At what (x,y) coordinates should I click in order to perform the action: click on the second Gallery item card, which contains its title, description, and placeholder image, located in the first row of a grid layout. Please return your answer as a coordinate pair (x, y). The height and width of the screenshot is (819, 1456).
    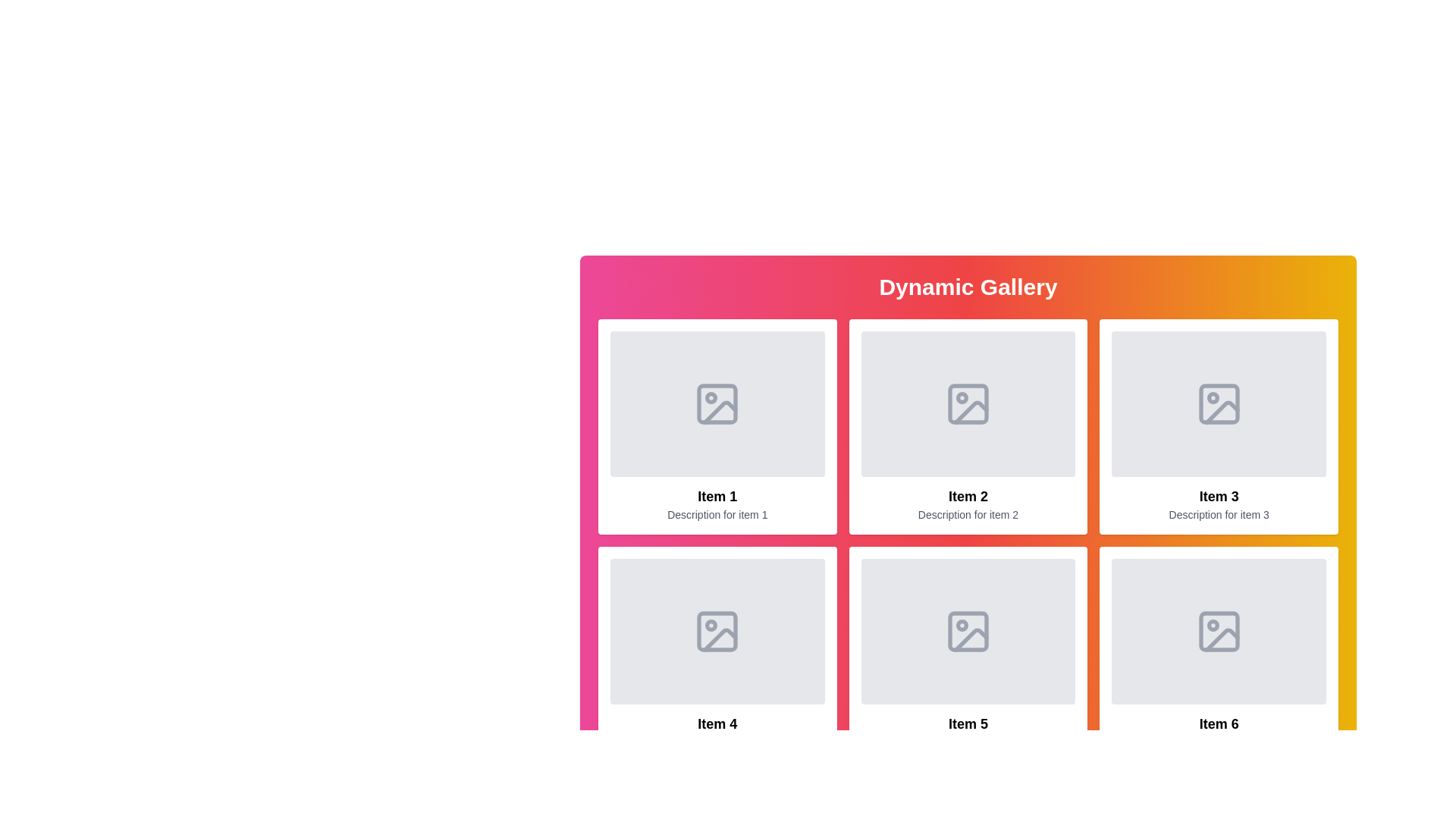
    Looking at the image, I should click on (967, 427).